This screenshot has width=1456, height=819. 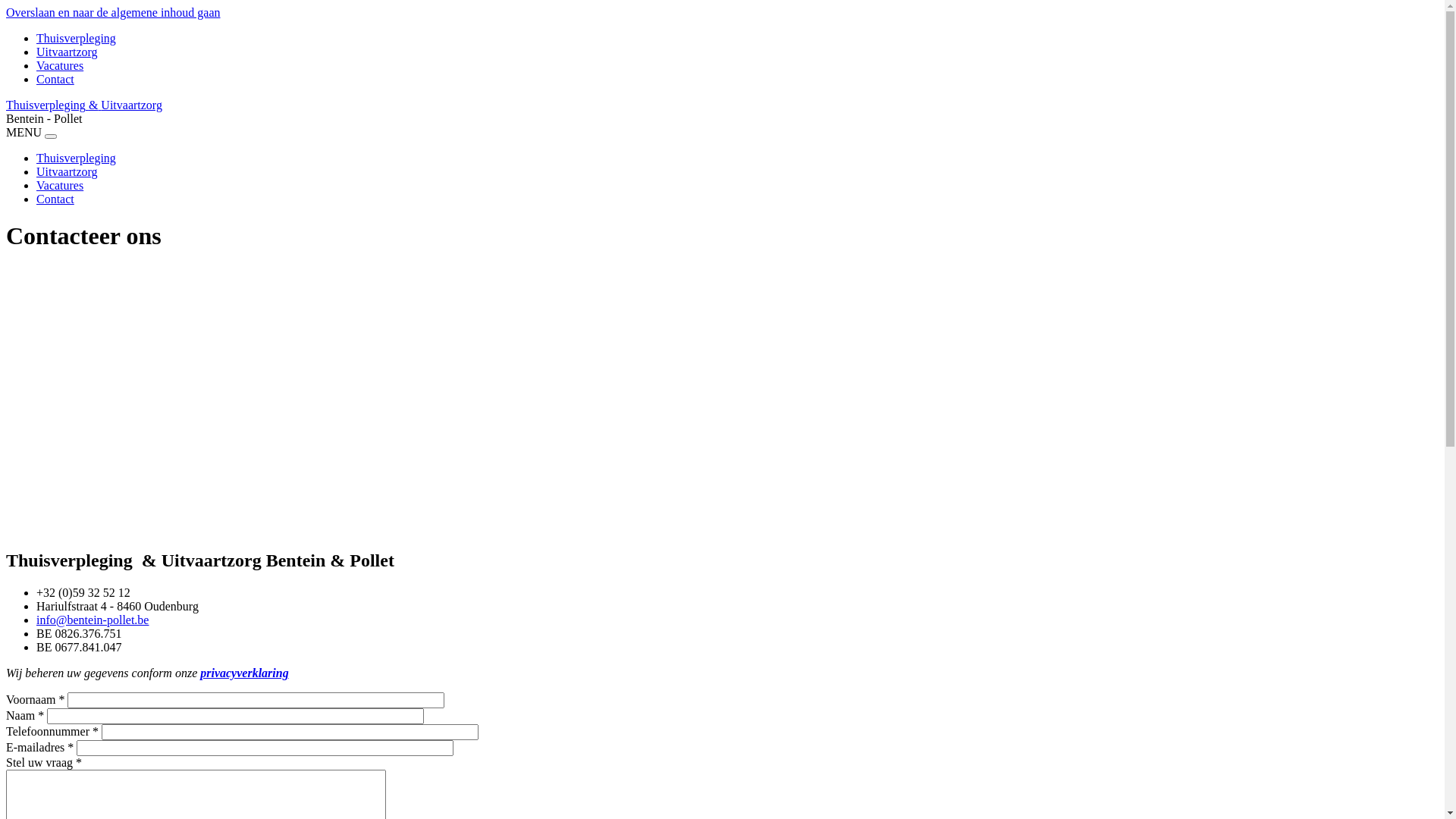 I want to click on 'Vacatures', so click(x=36, y=184).